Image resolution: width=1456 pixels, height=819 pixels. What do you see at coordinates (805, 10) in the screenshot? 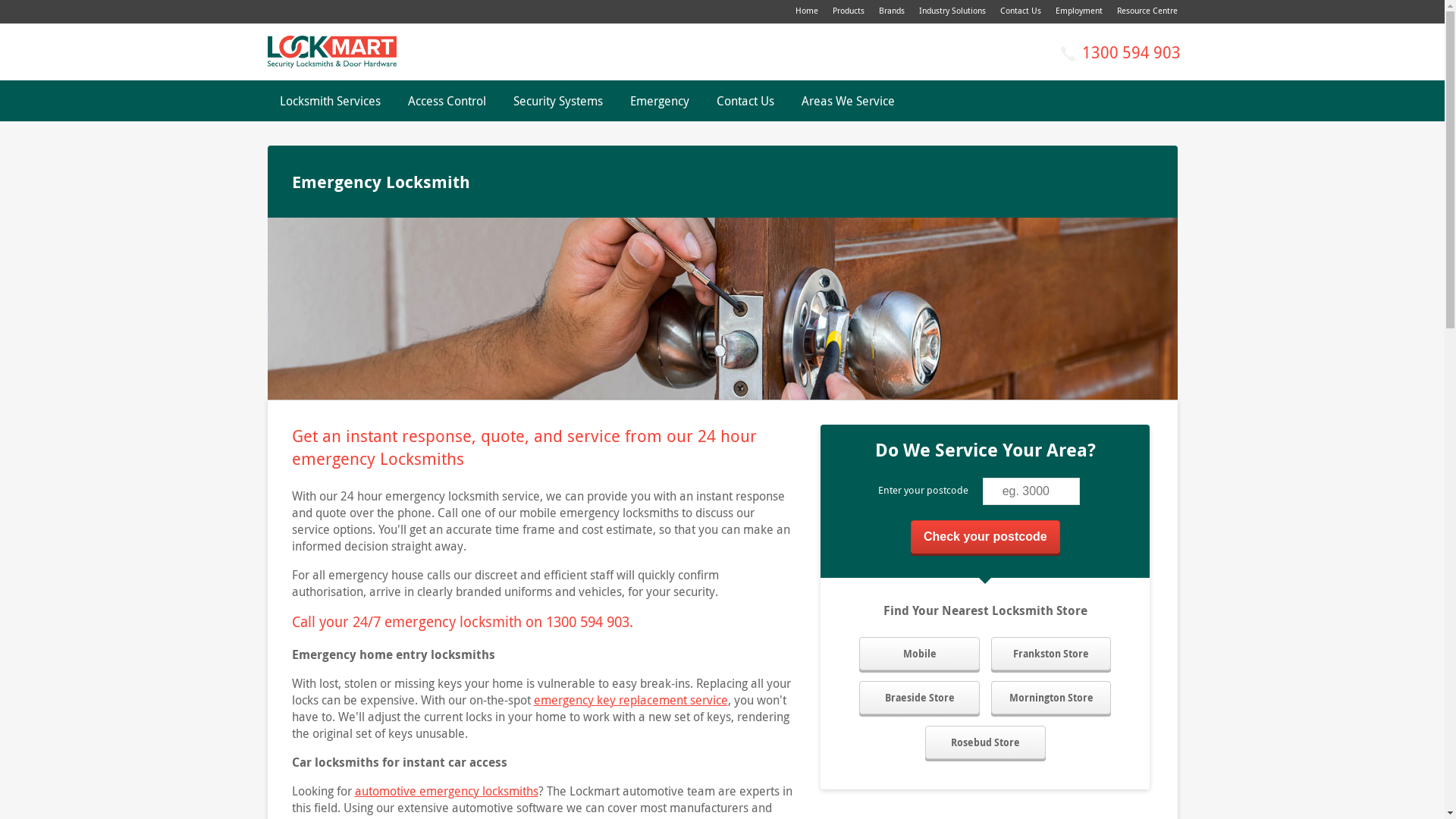
I see `'Home'` at bounding box center [805, 10].